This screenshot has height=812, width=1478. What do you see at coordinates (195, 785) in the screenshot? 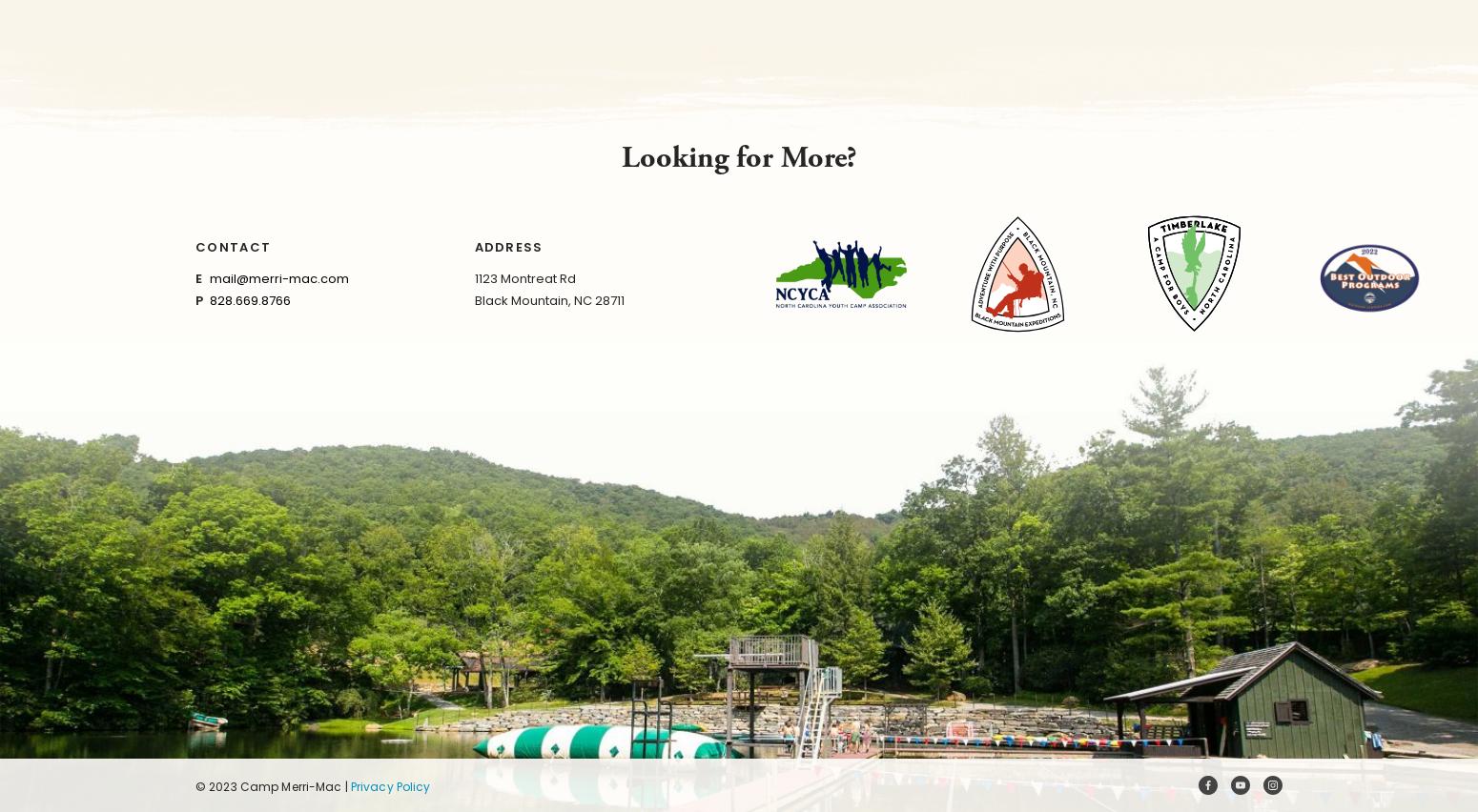
I see `'© 2023 Camp Merri-Mac |'` at bounding box center [195, 785].